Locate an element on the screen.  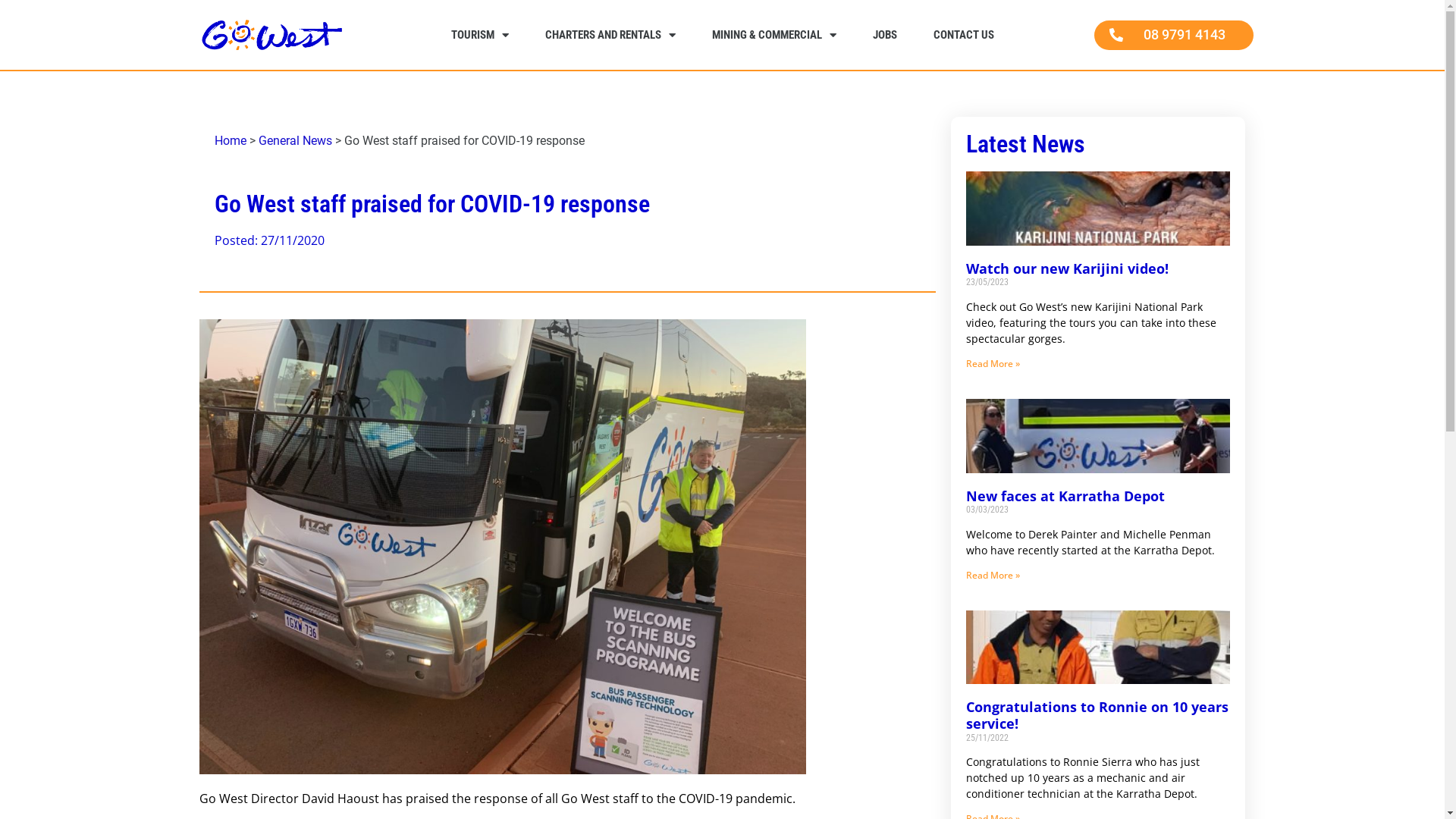
'JOBS' is located at coordinates (884, 34).